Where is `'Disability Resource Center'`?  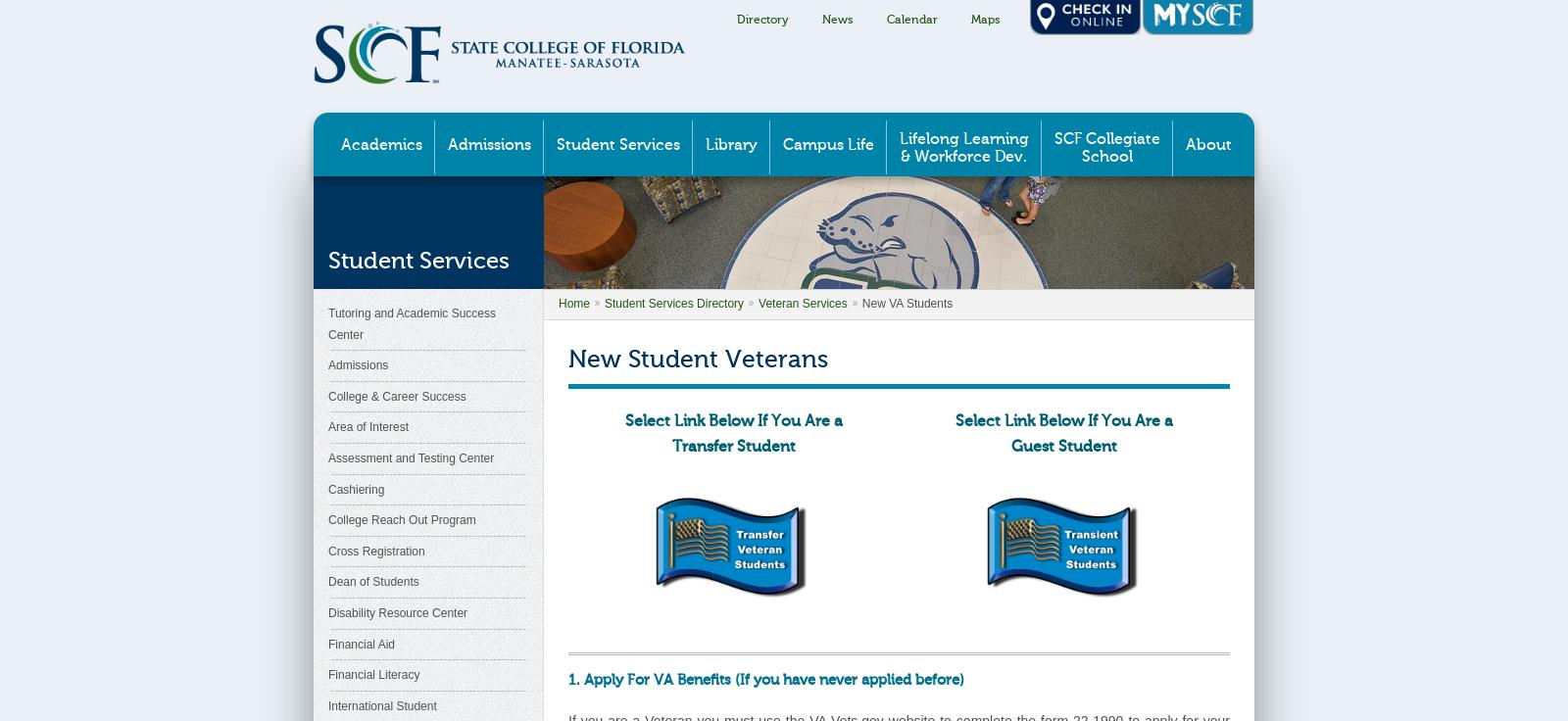
'Disability Resource Center' is located at coordinates (328, 612).